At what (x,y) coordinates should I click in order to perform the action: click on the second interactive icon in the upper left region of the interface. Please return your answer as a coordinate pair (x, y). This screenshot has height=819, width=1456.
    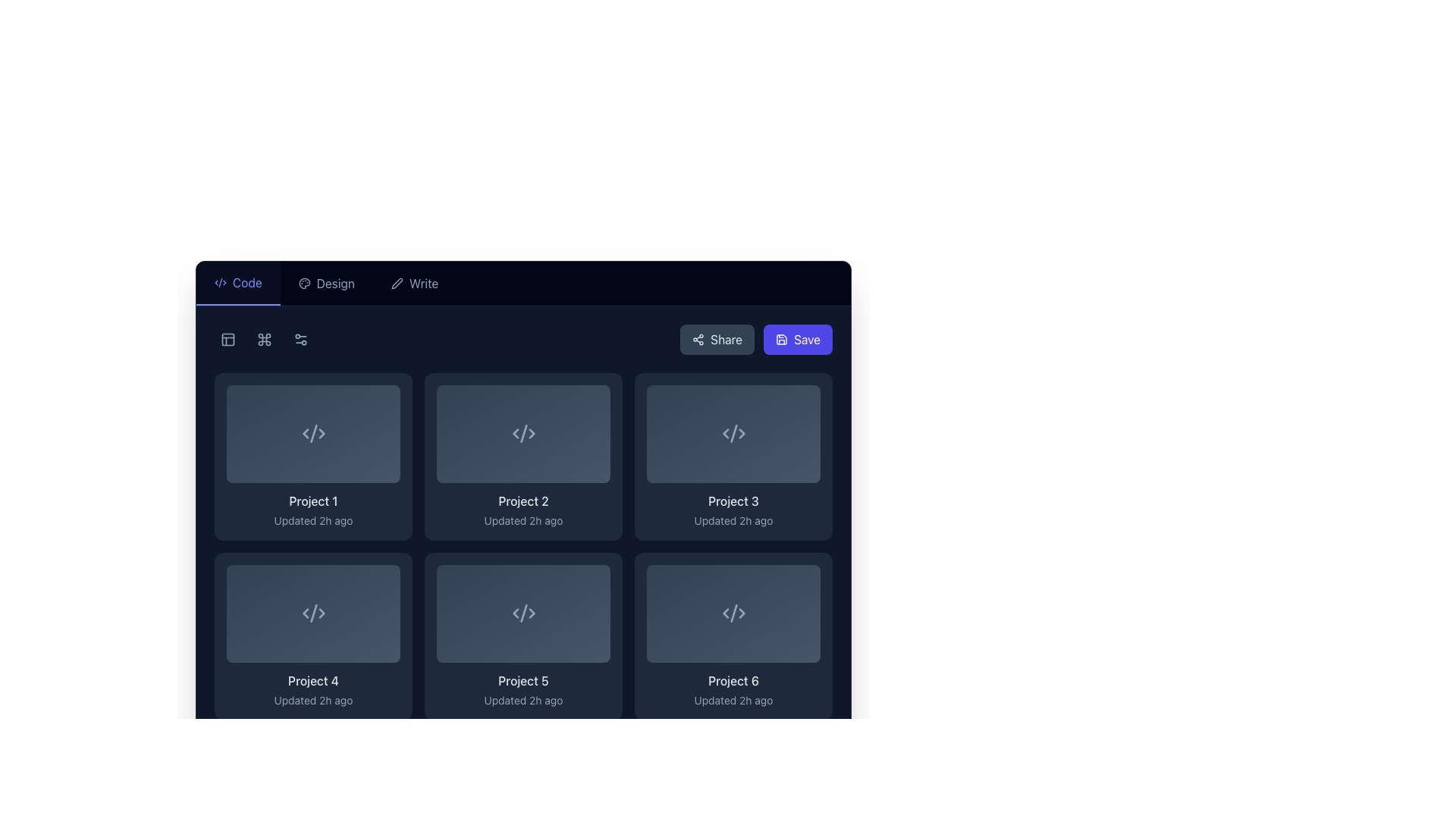
    Looking at the image, I should click on (265, 338).